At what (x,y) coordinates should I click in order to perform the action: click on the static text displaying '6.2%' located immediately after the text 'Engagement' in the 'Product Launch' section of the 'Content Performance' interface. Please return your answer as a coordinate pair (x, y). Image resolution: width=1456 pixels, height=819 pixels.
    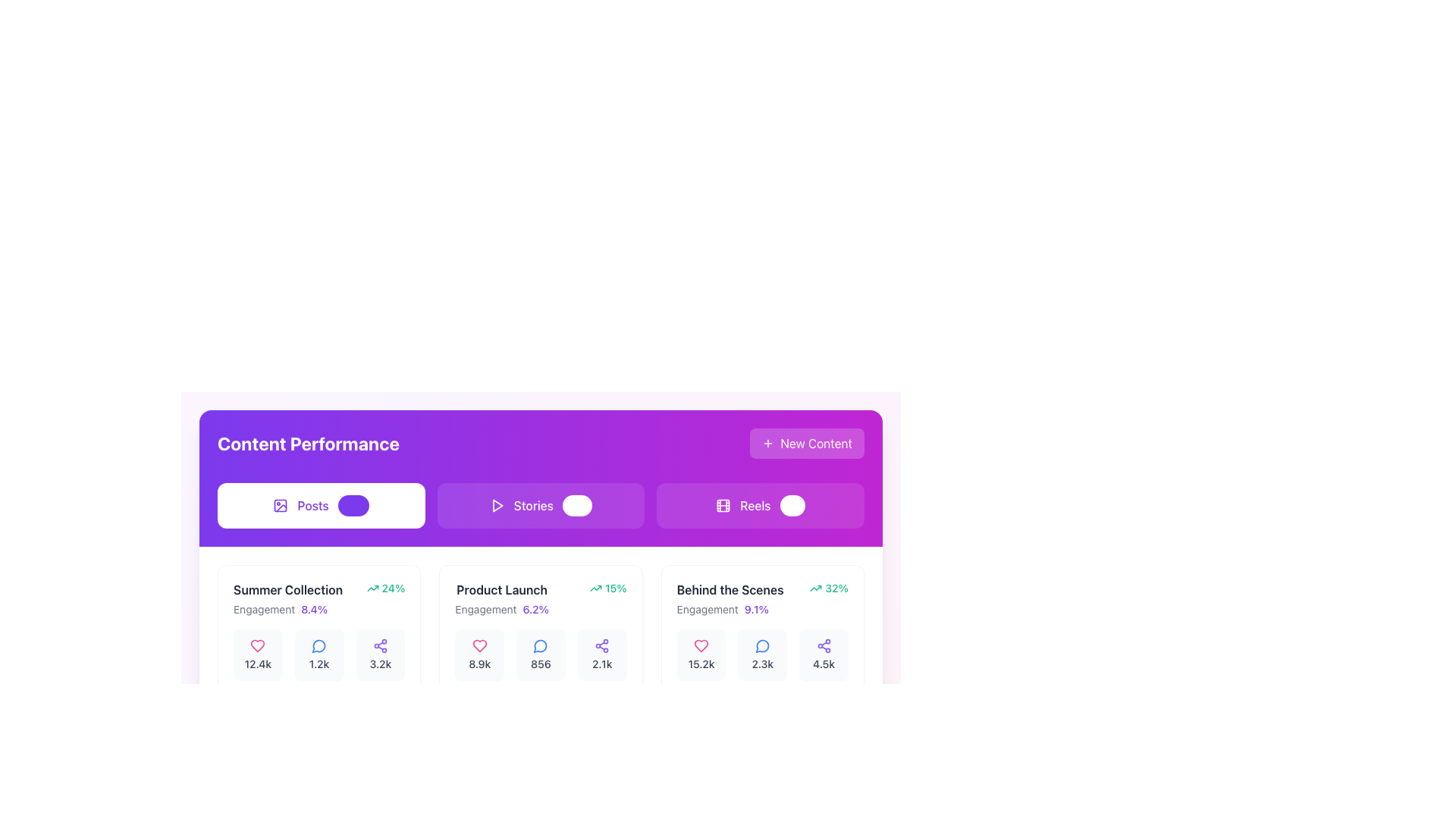
    Looking at the image, I should click on (535, 608).